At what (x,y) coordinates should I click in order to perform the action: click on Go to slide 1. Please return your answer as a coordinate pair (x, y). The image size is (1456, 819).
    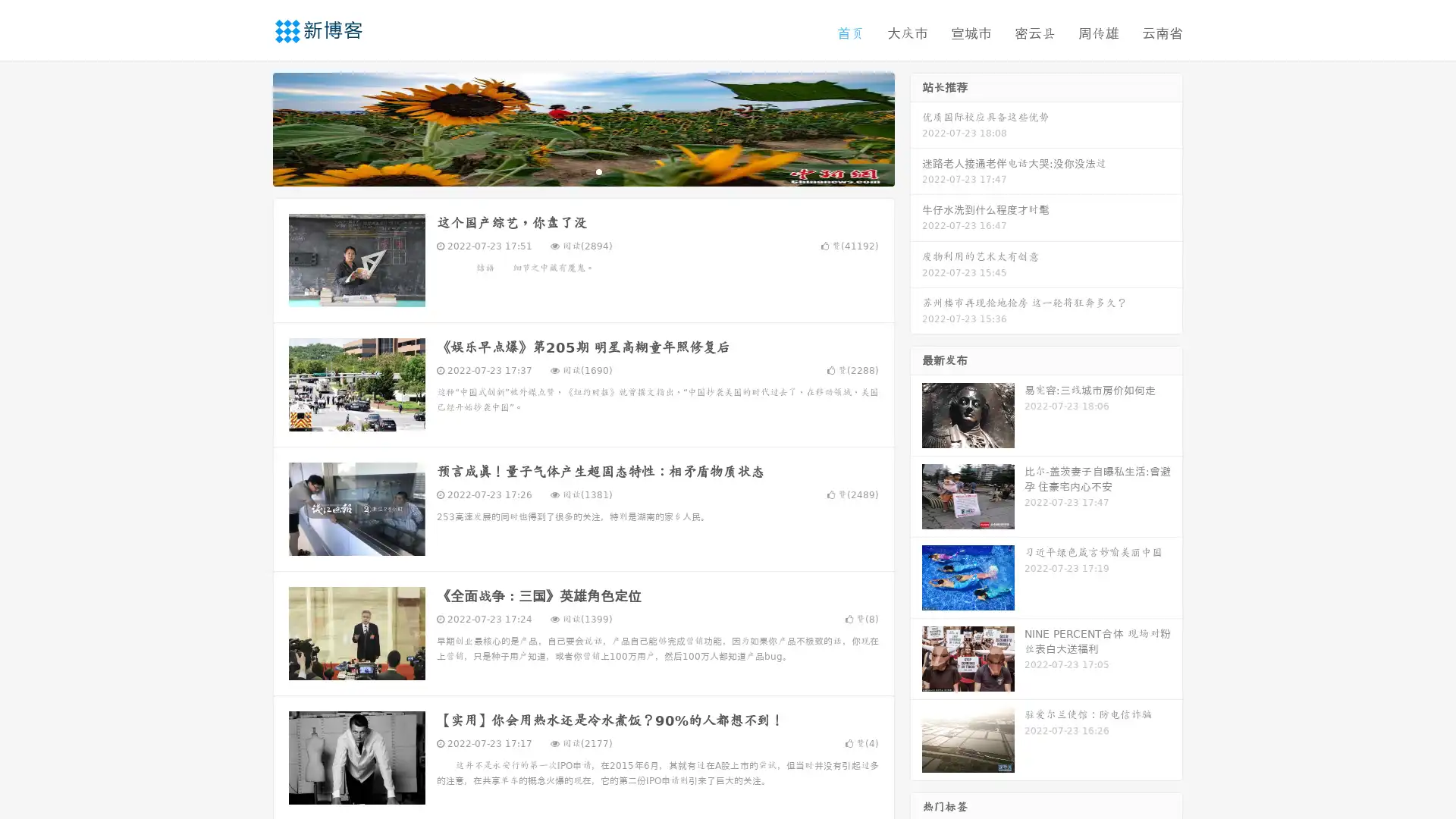
    Looking at the image, I should click on (567, 171).